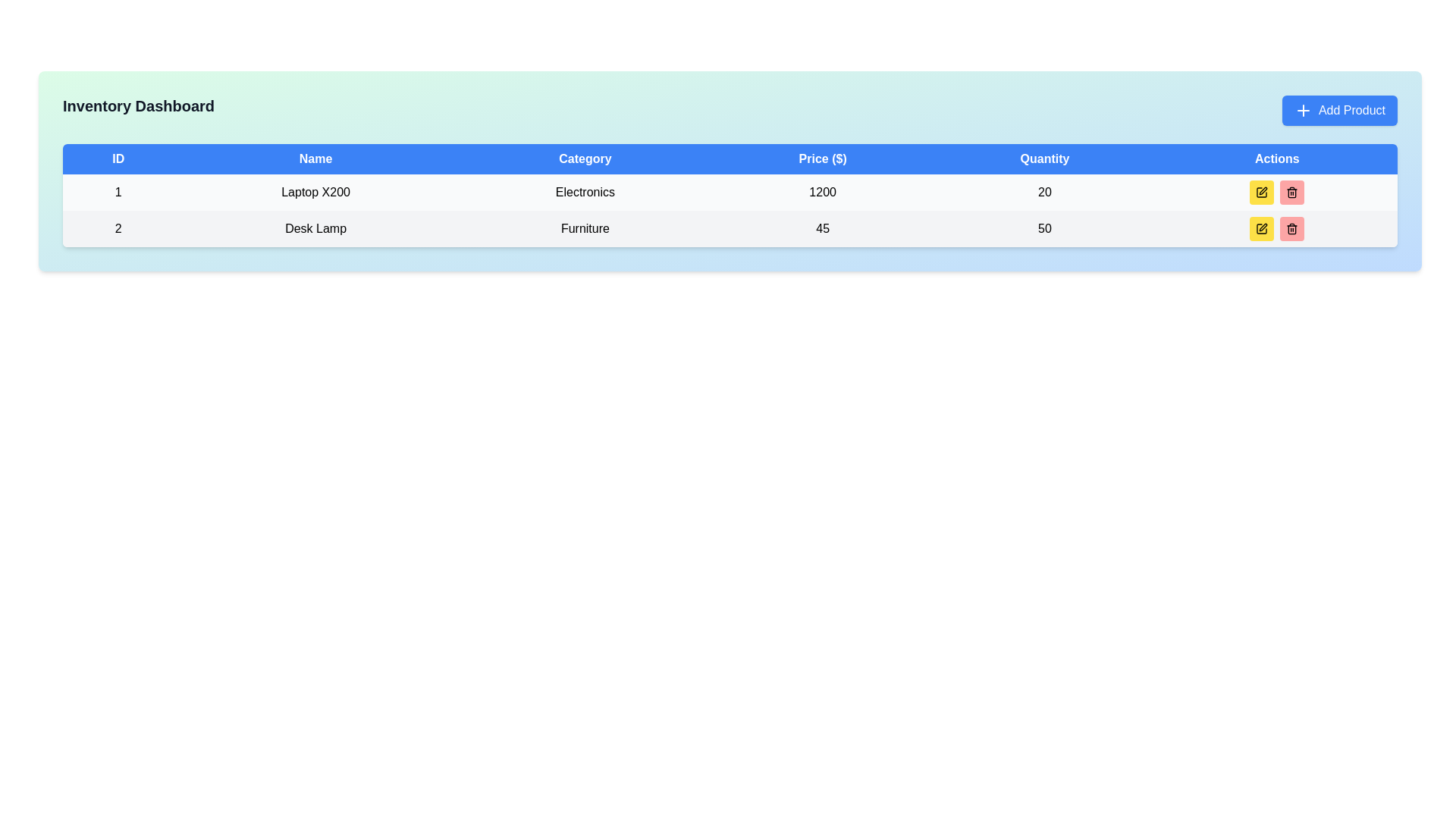 Image resolution: width=1456 pixels, height=819 pixels. I want to click on the 'Actions' label, which is a rectangular button-like component with a blue background and white text, located in the rightmost column of the header row in a table, so click(1276, 158).